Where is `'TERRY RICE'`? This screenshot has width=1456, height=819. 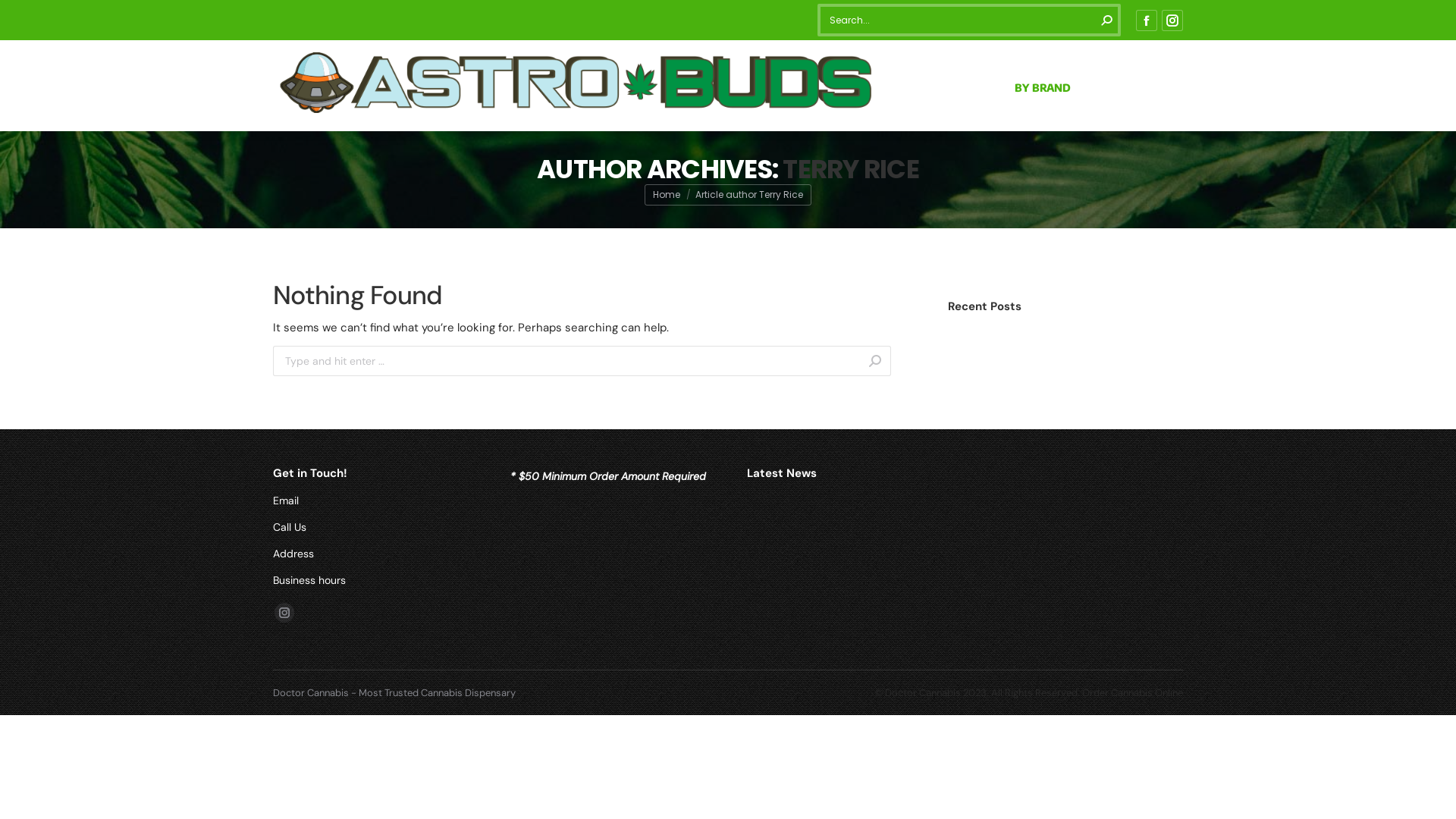
'TERRY RICE' is located at coordinates (851, 169).